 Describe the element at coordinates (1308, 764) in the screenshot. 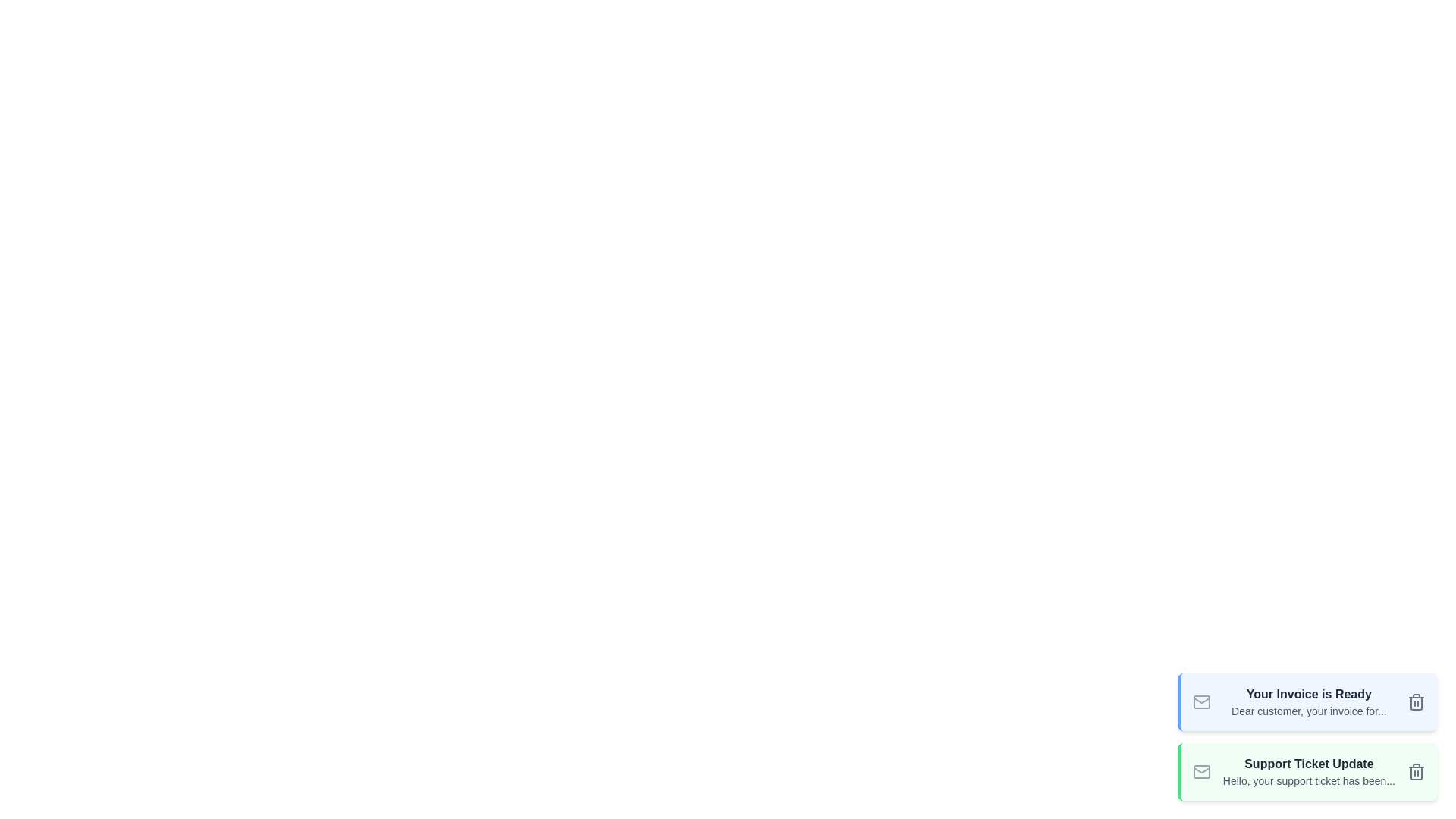

I see `the subject of the email notification with subject 'Support Ticket Update'` at that location.